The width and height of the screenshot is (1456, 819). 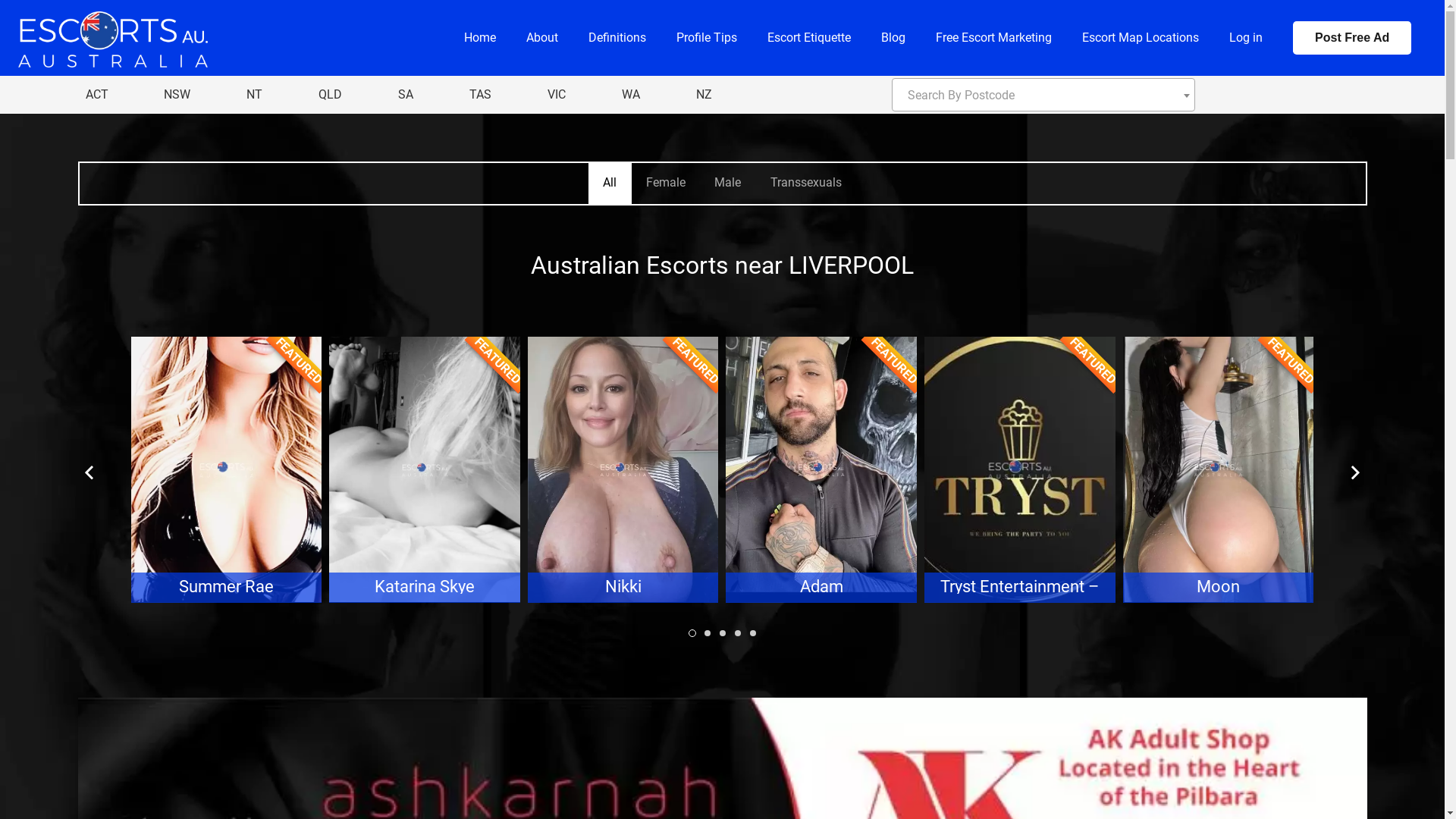 What do you see at coordinates (479, 37) in the screenshot?
I see `'Home'` at bounding box center [479, 37].